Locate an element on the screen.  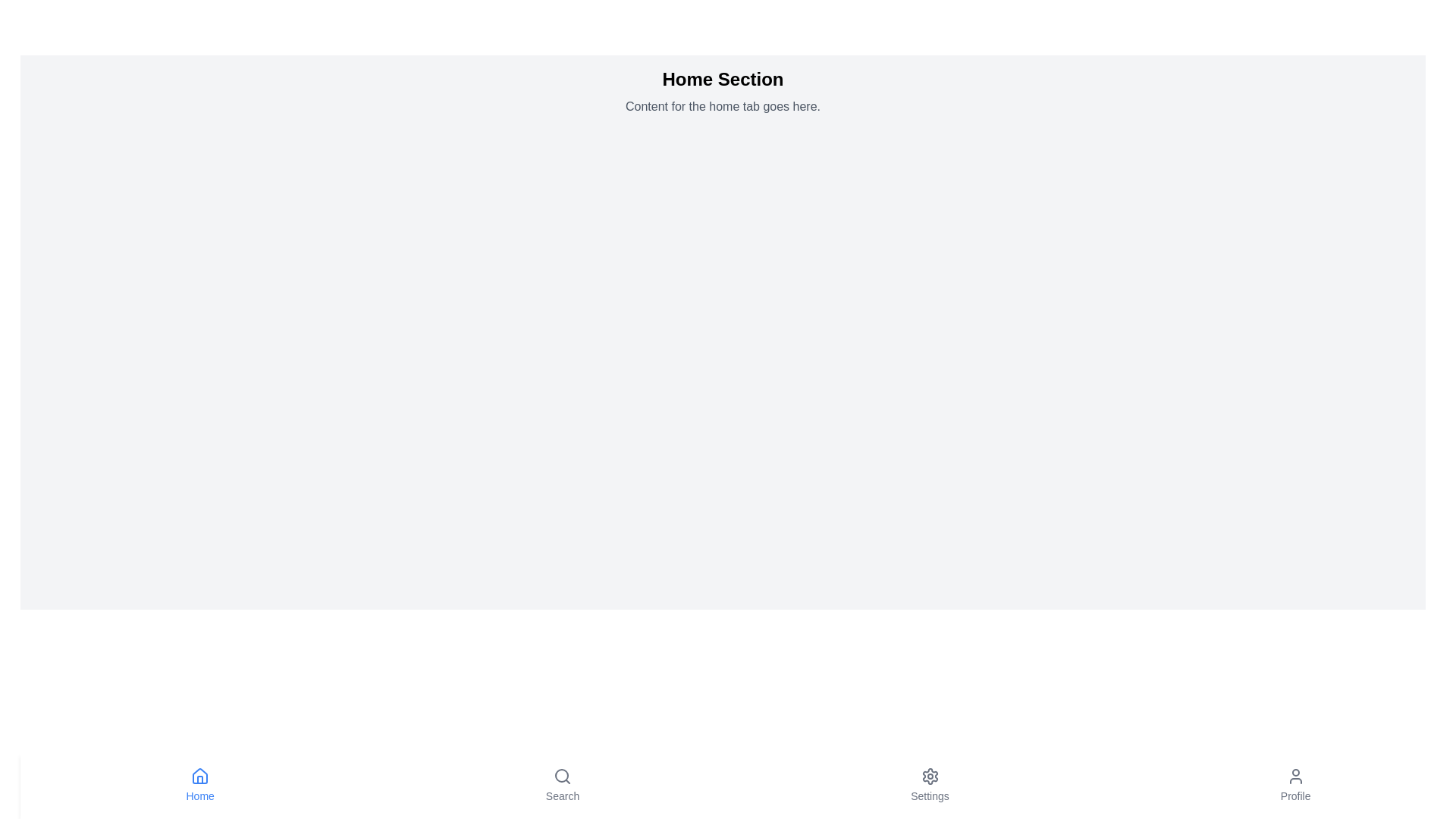
the text label displaying 'Search' which is styled in a small font size and is located beneath a magnifying glass icon in the bottom navigation bar is located at coordinates (562, 795).